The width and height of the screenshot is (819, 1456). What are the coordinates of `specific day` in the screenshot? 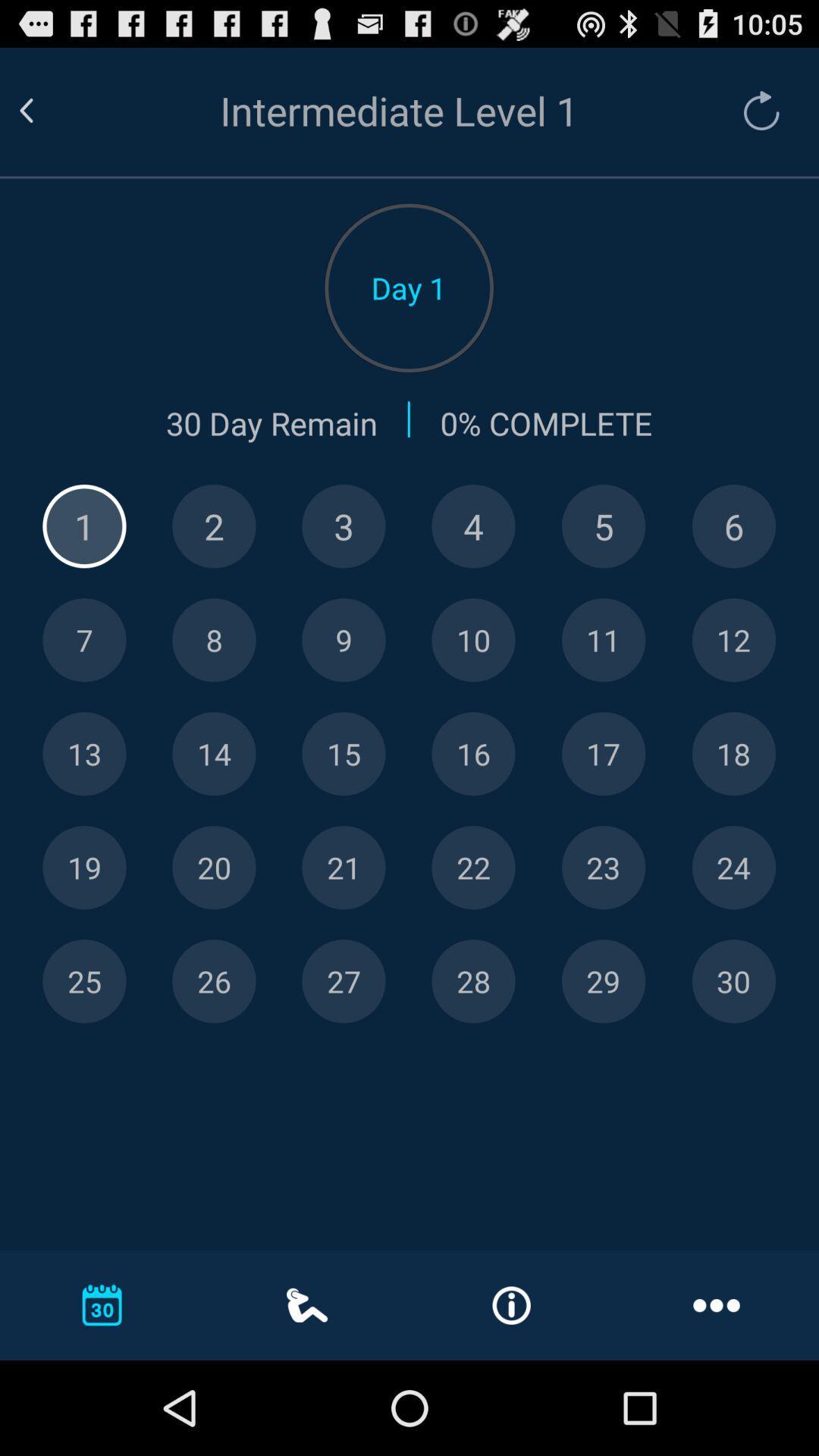 It's located at (472, 868).